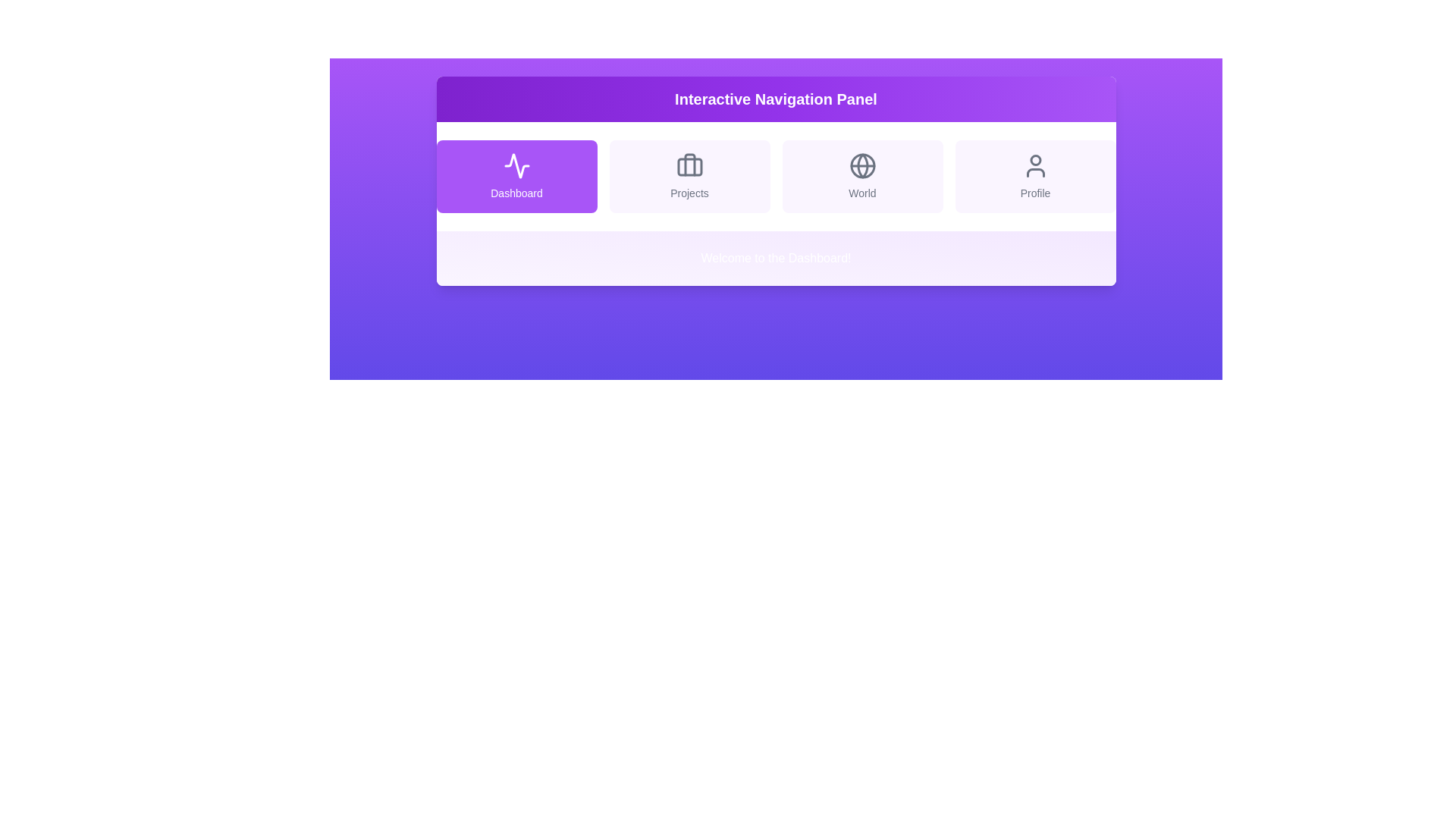  Describe the element at coordinates (862, 192) in the screenshot. I see `the text label displaying the word 'World' in gray font color, located below the globe icon in the third section of the grid layout` at that location.